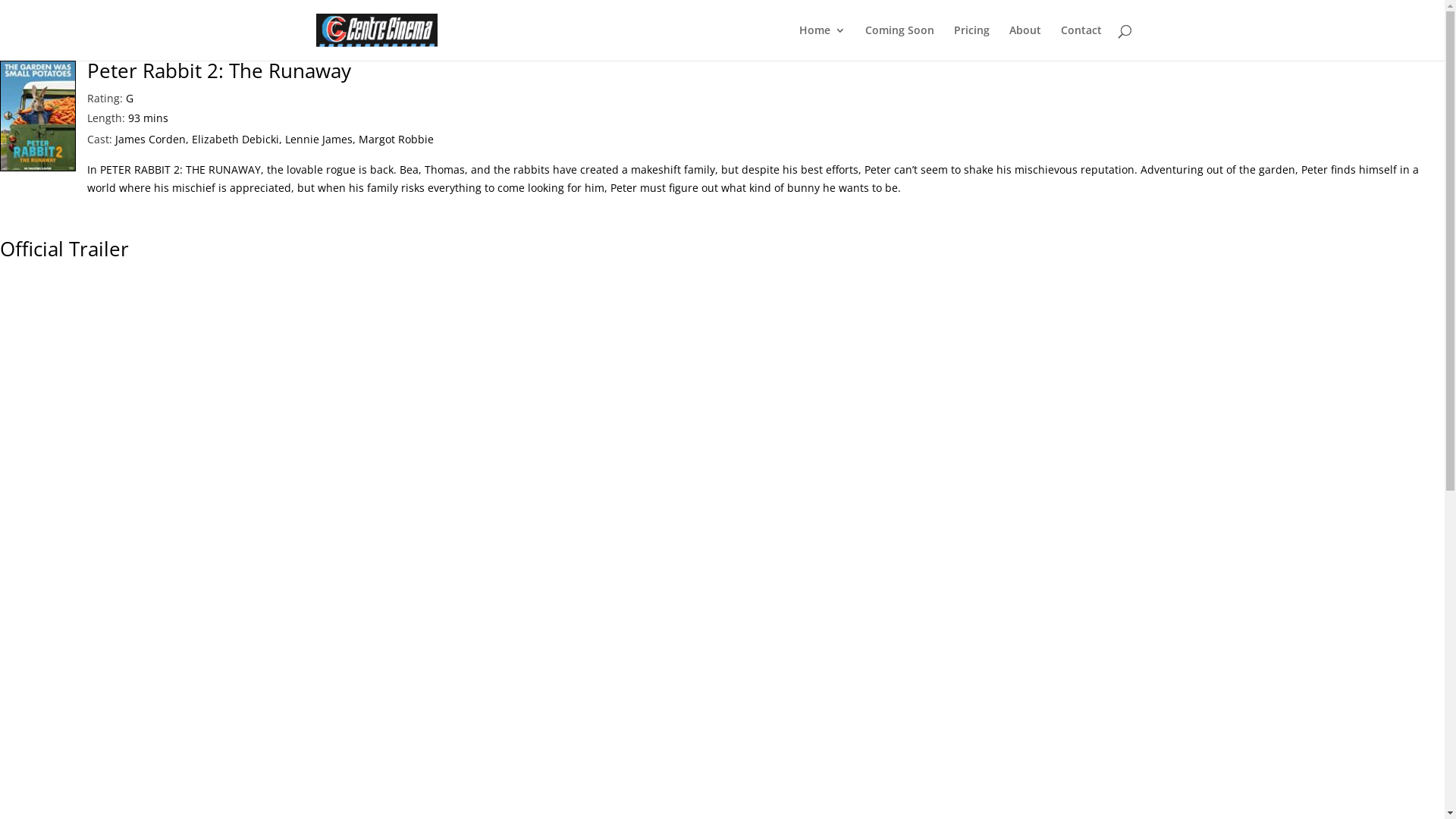 Image resolution: width=1456 pixels, height=819 pixels. Describe the element at coordinates (821, 42) in the screenshot. I see `'Home'` at that location.